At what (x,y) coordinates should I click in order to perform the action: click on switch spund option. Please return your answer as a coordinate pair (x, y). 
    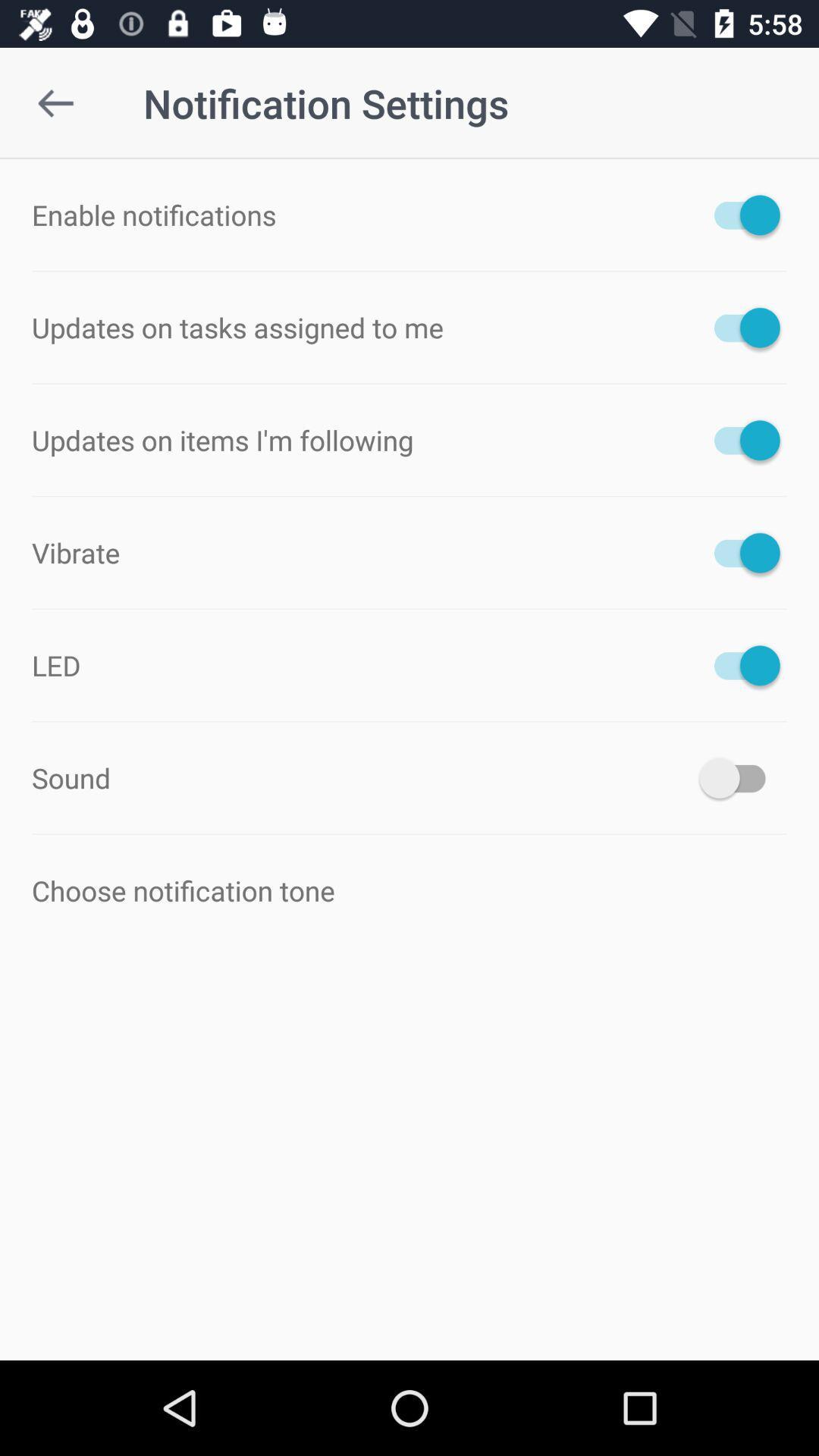
    Looking at the image, I should click on (739, 778).